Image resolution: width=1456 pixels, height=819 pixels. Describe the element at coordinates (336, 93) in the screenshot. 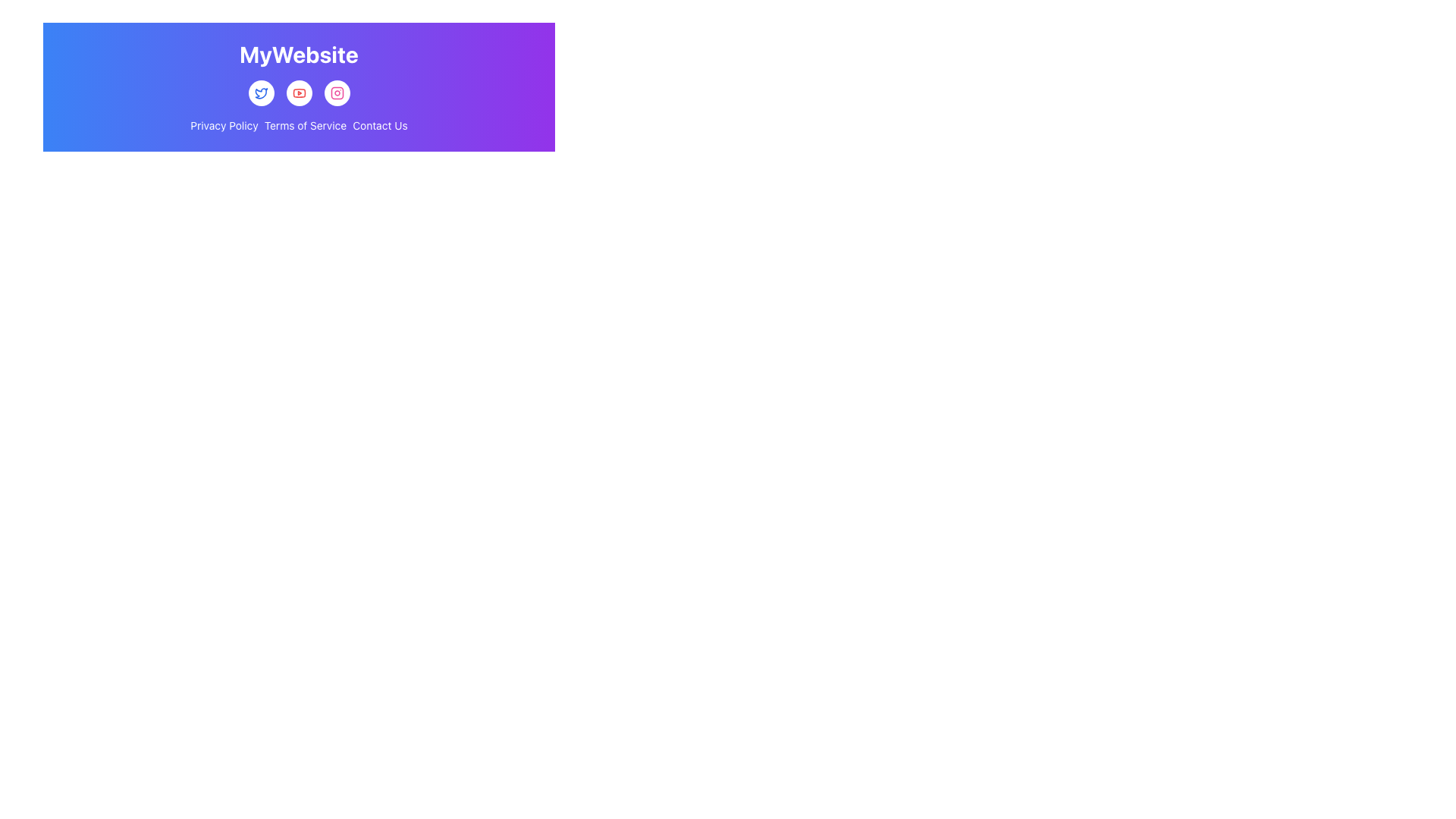

I see `the pinkish-red Instagram SVG icon located in the header section` at that location.